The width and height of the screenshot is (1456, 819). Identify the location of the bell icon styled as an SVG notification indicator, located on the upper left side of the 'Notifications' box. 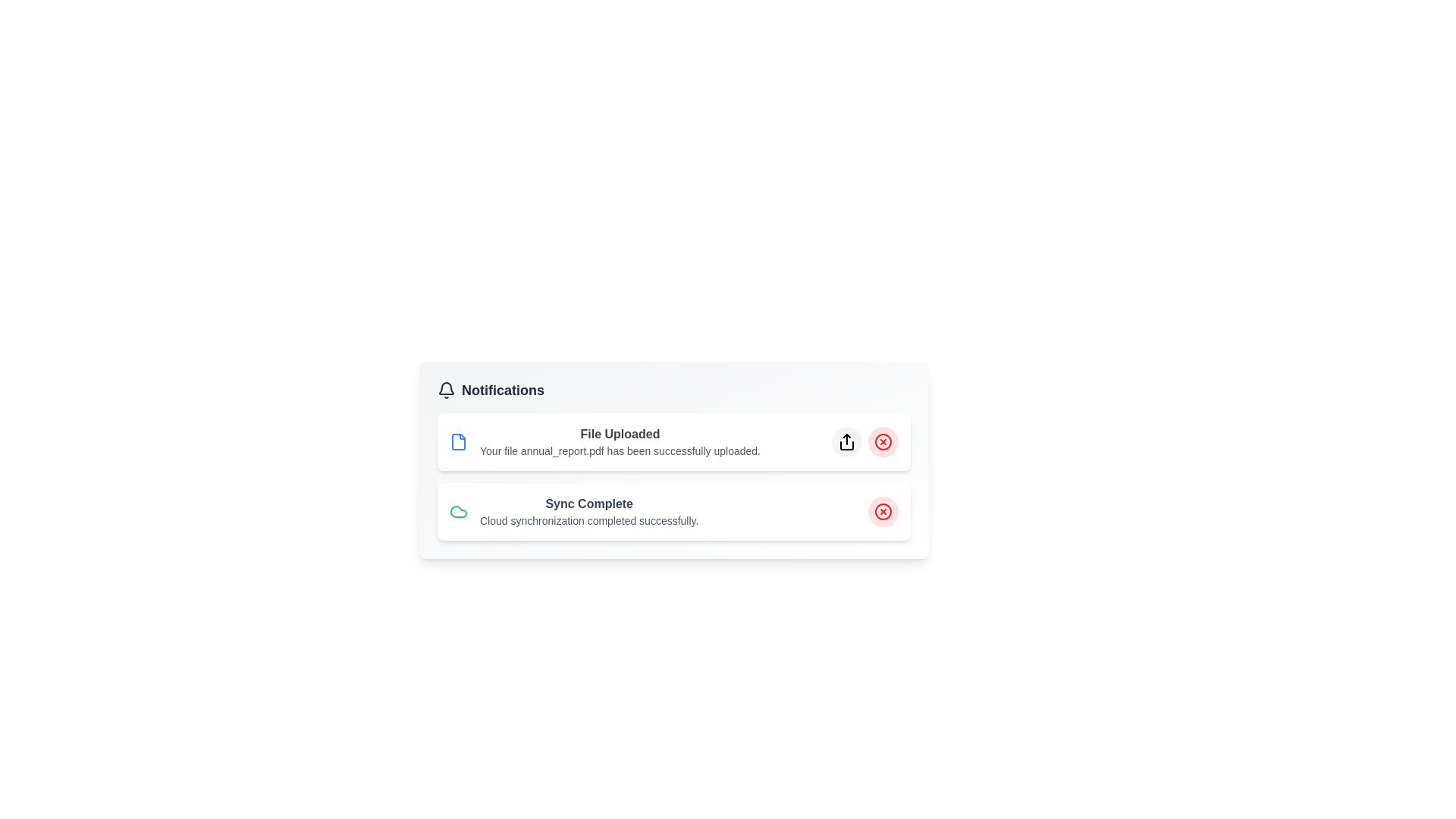
(446, 390).